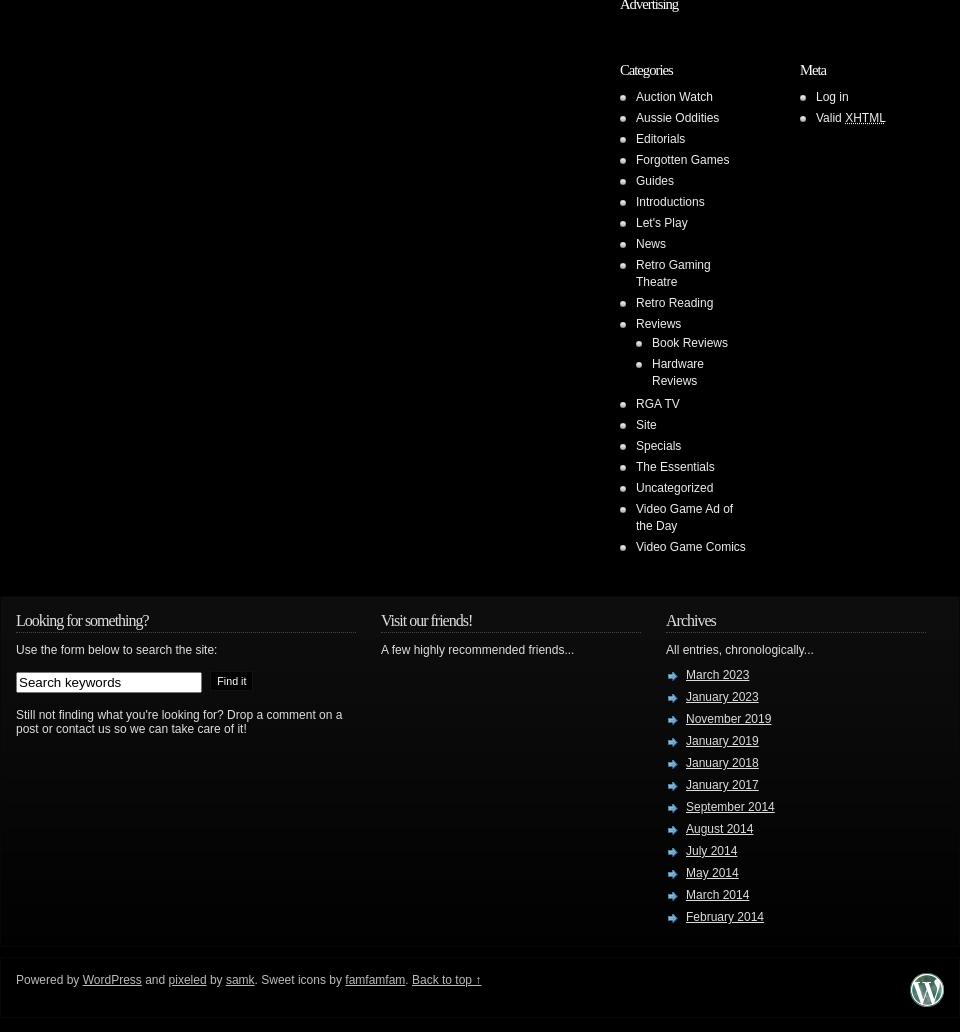  I want to click on 'Retro Gaming Theatre', so click(672, 273).